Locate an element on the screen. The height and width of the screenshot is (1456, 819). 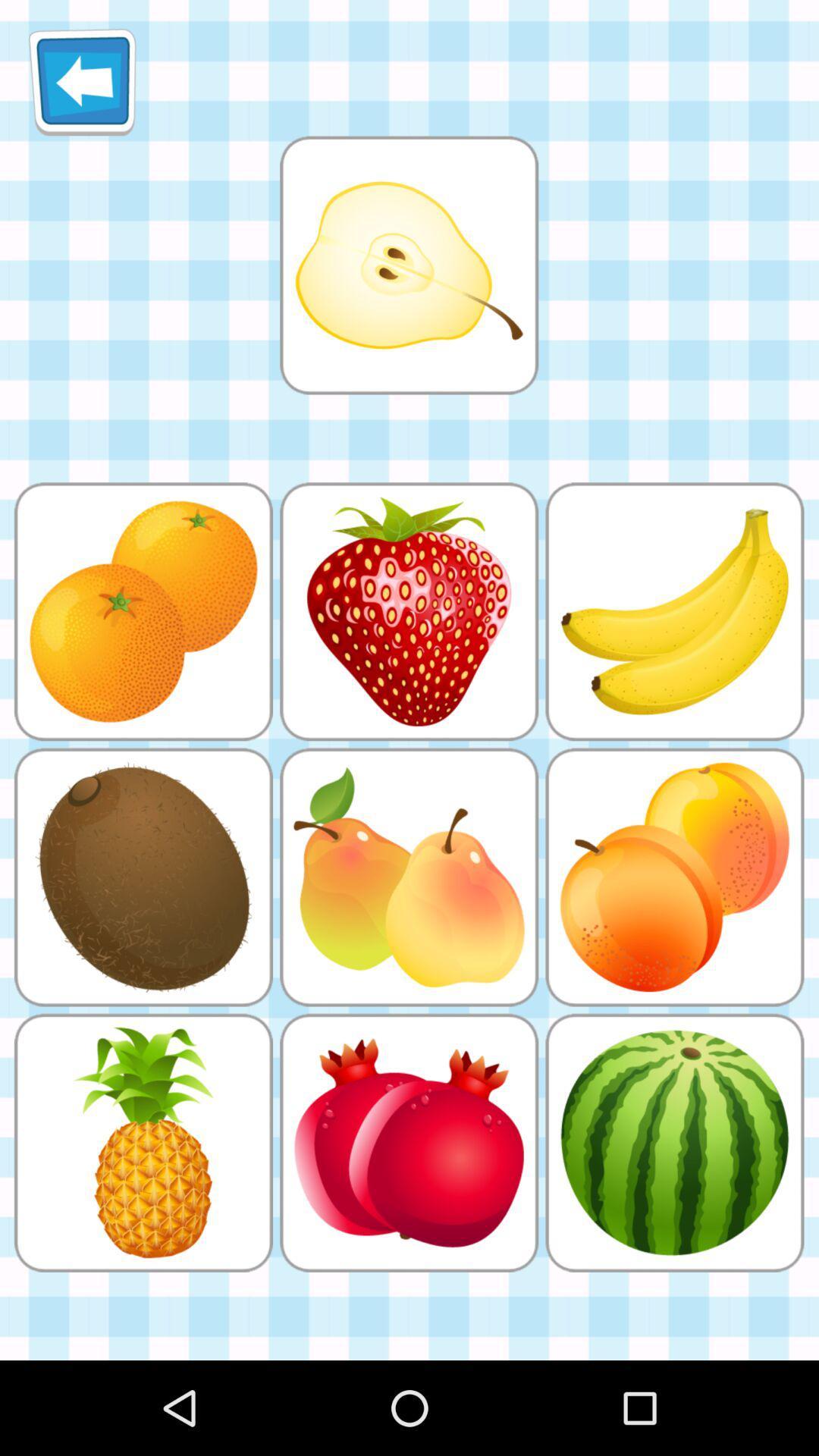
back button is located at coordinates (82, 81).